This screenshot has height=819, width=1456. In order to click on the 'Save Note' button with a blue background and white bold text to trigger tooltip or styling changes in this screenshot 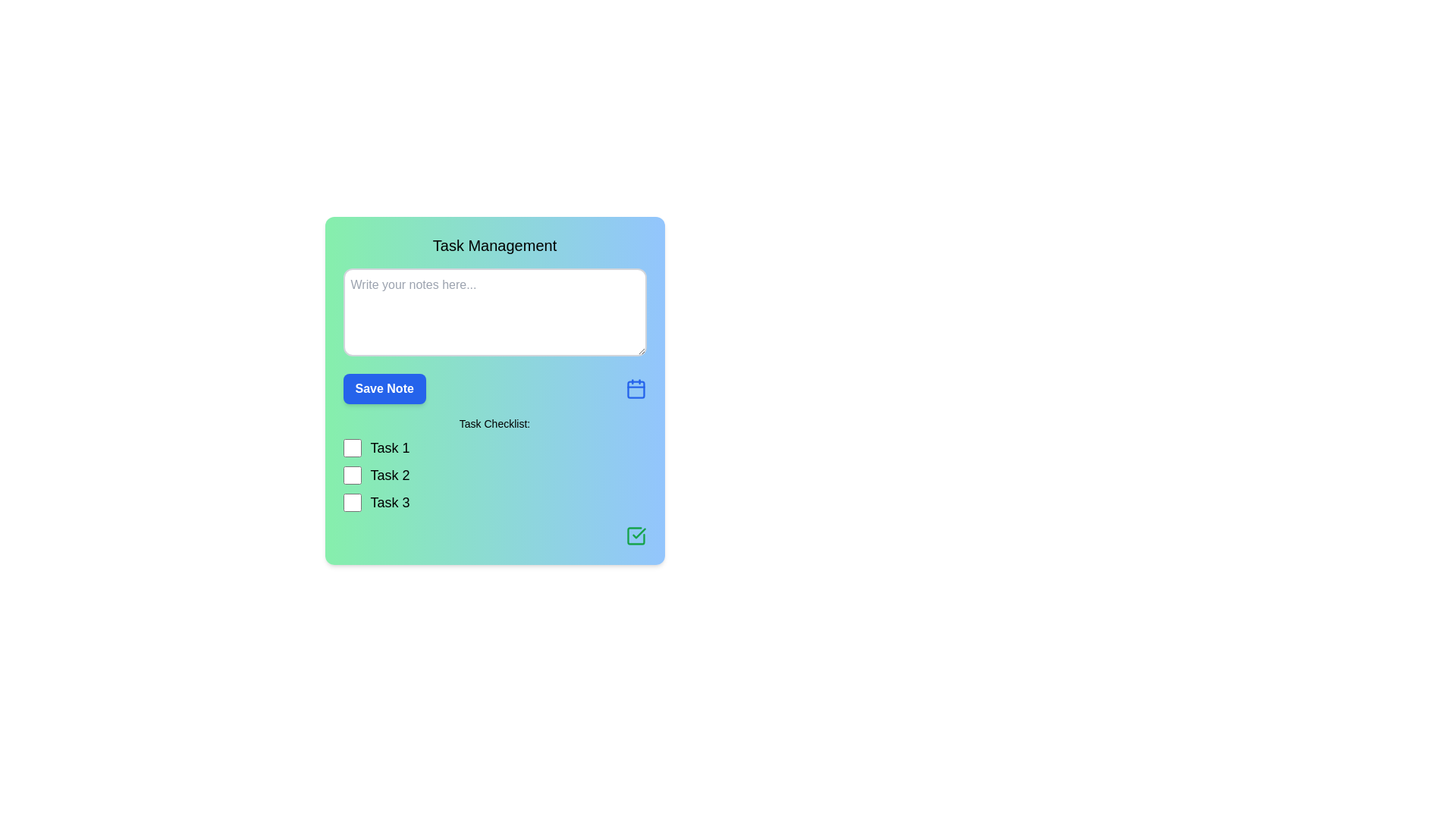, I will do `click(384, 388)`.